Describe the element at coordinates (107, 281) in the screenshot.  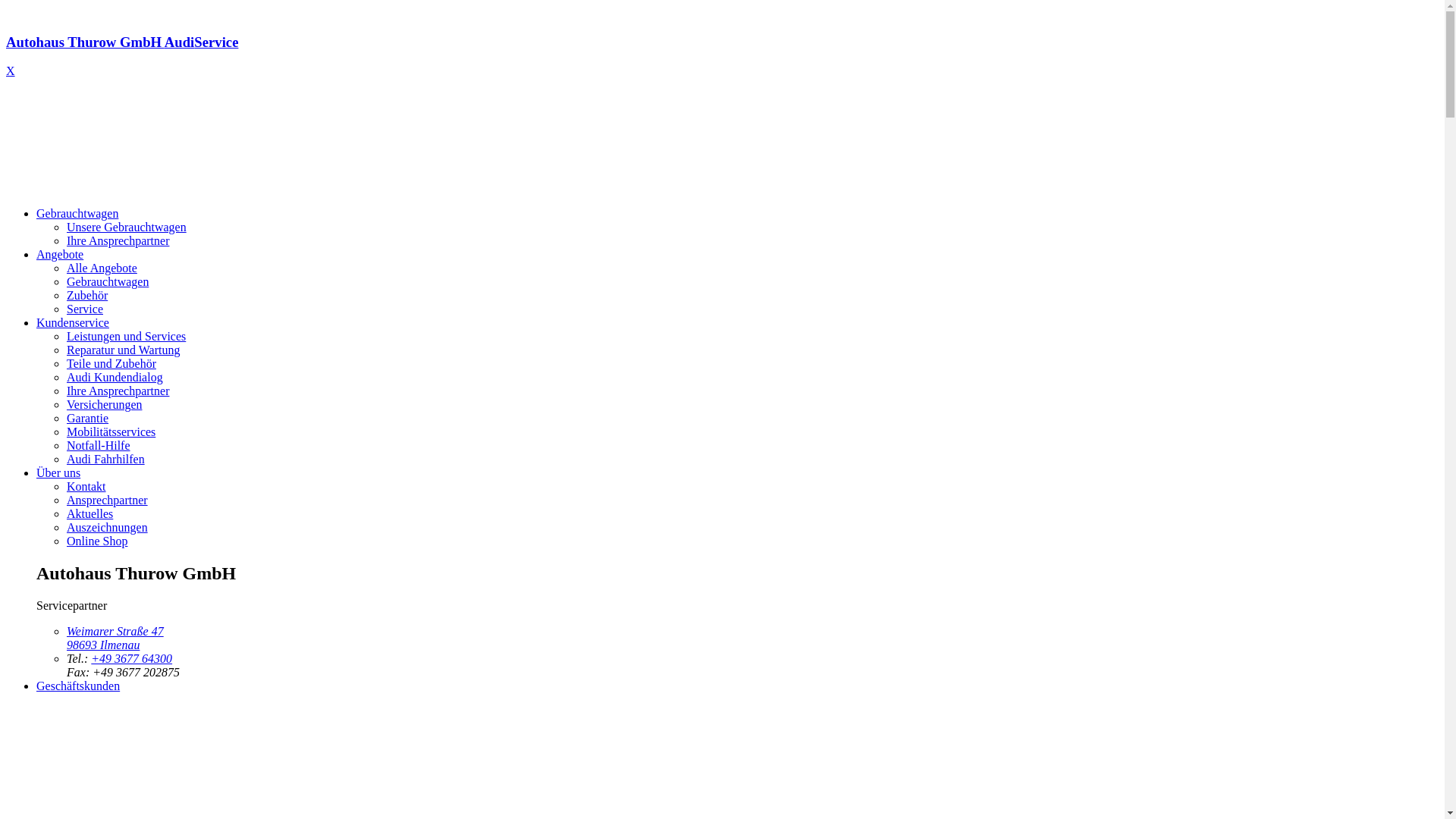
I see `'Gebrauchtwagen'` at that location.